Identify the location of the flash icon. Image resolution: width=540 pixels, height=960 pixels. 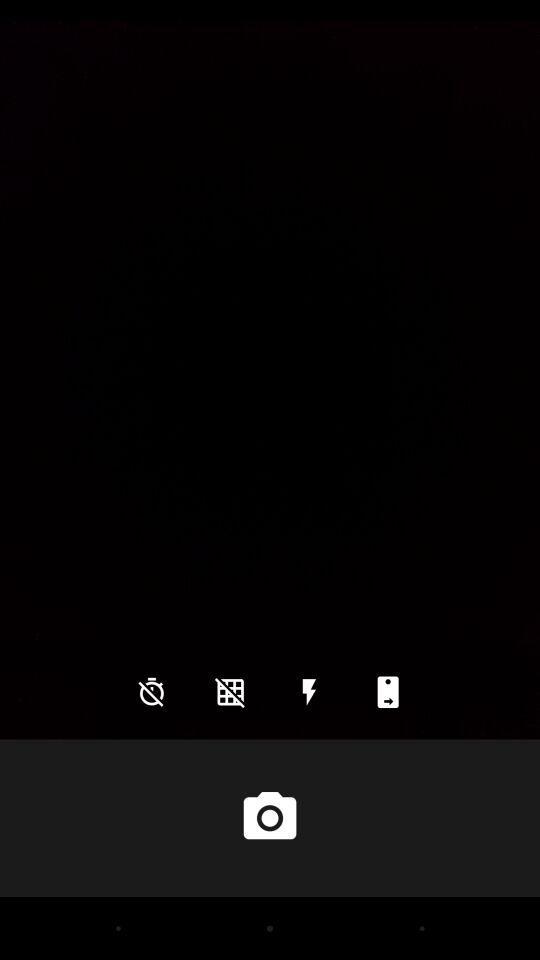
(309, 692).